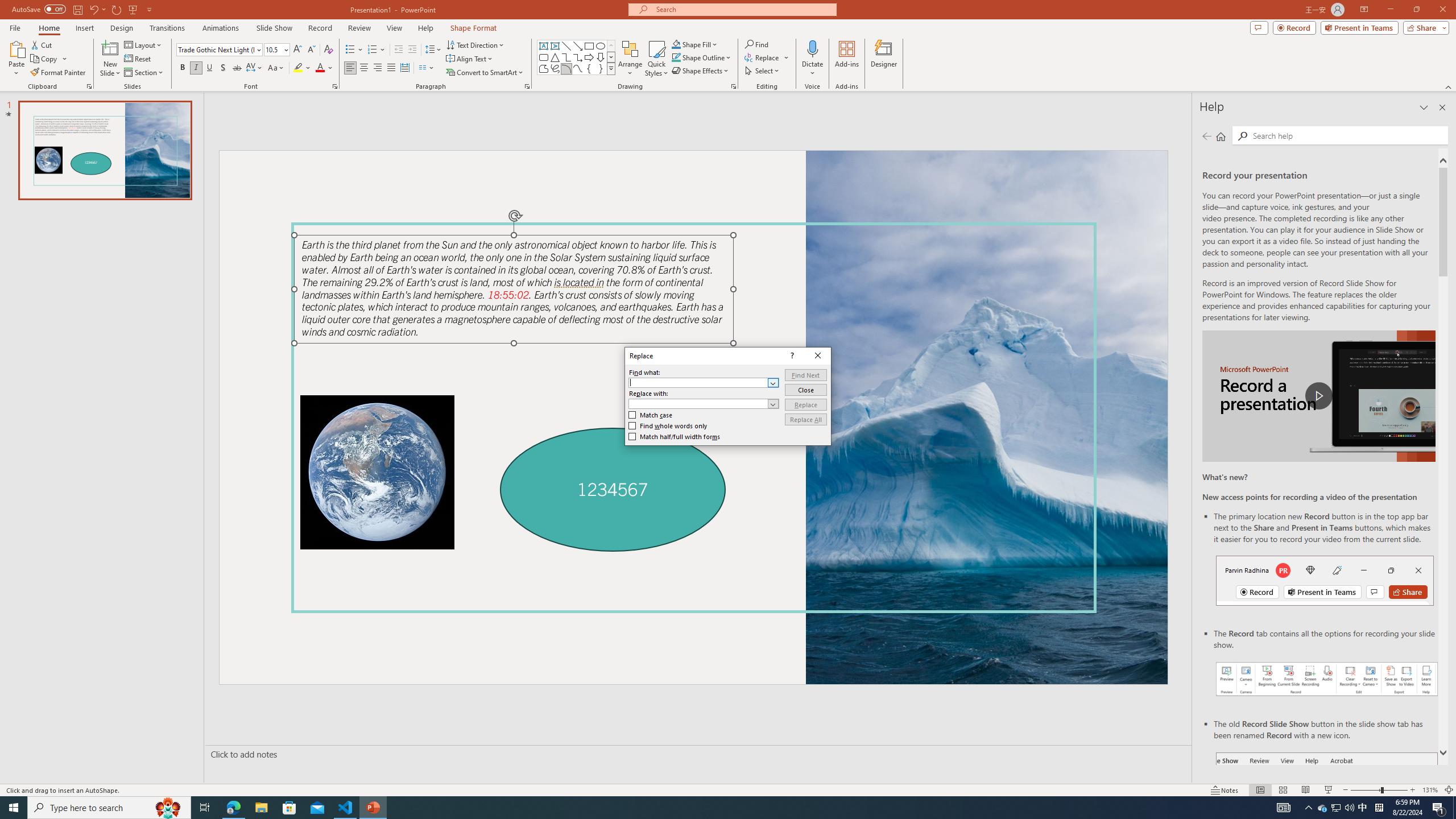 This screenshot has width=1456, height=819. What do you see at coordinates (475, 44) in the screenshot?
I see `'Text Box'` at bounding box center [475, 44].